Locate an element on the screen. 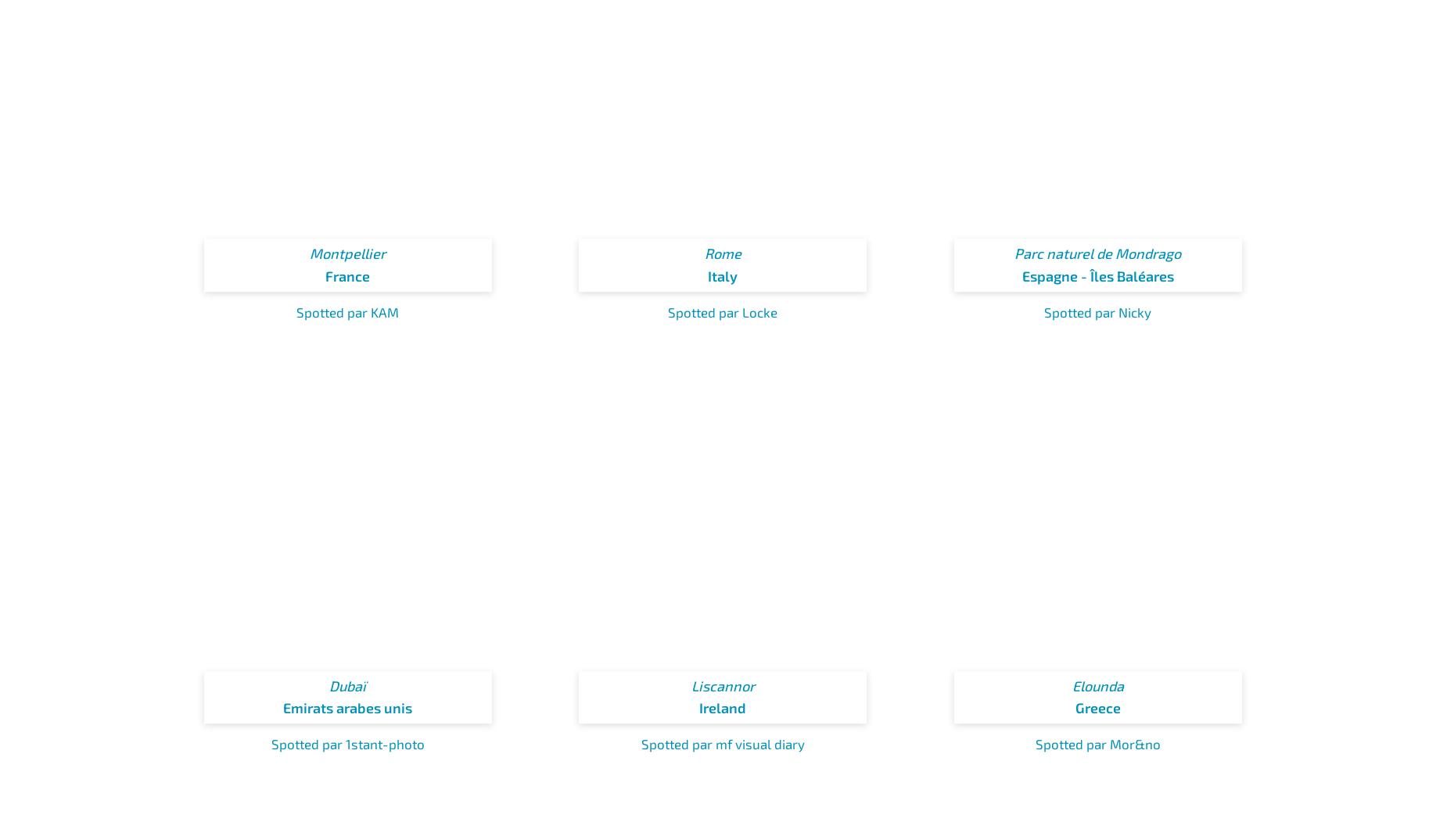  'Liscannor' is located at coordinates (722, 684).